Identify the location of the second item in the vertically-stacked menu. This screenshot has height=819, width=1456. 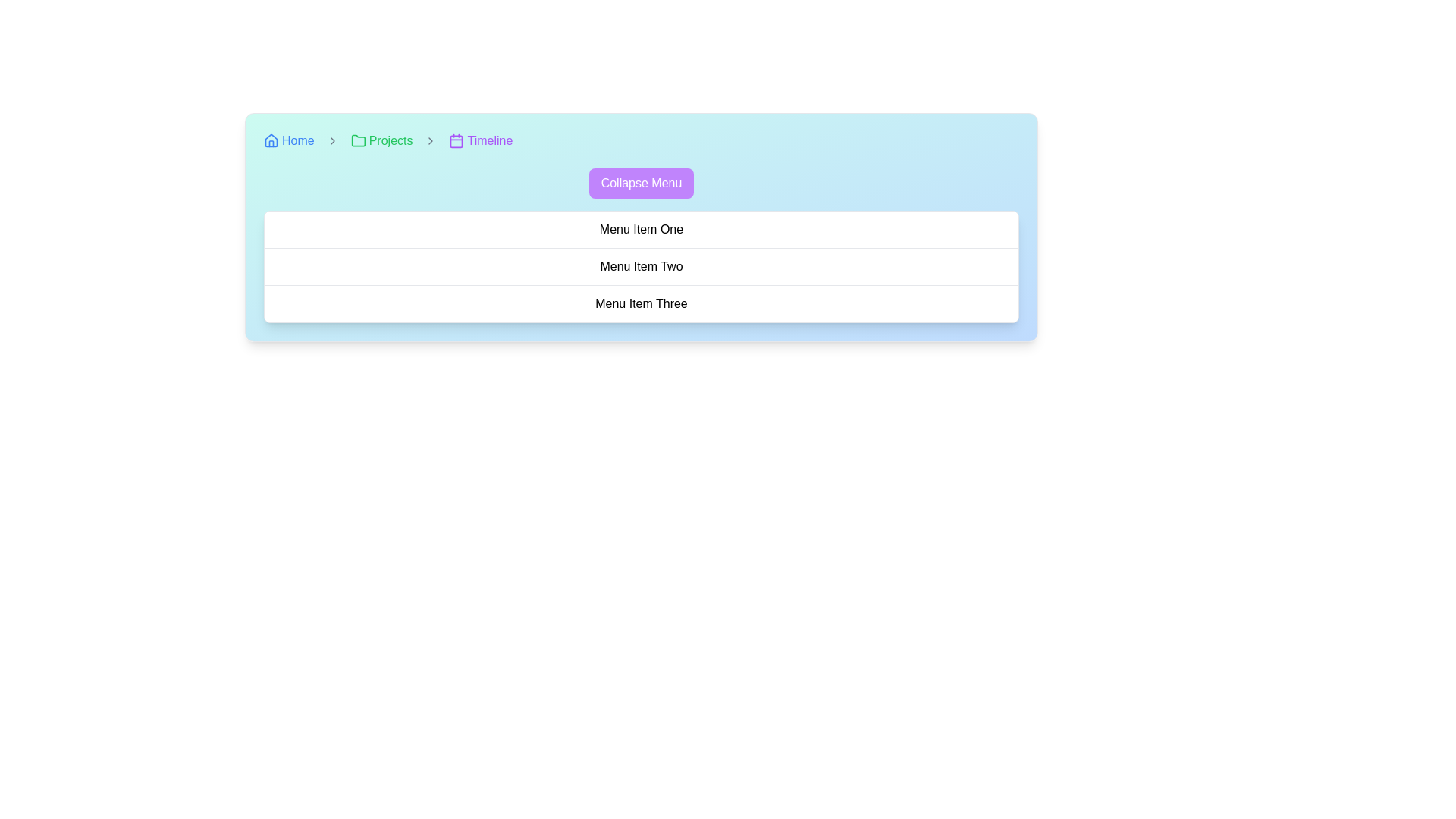
(641, 265).